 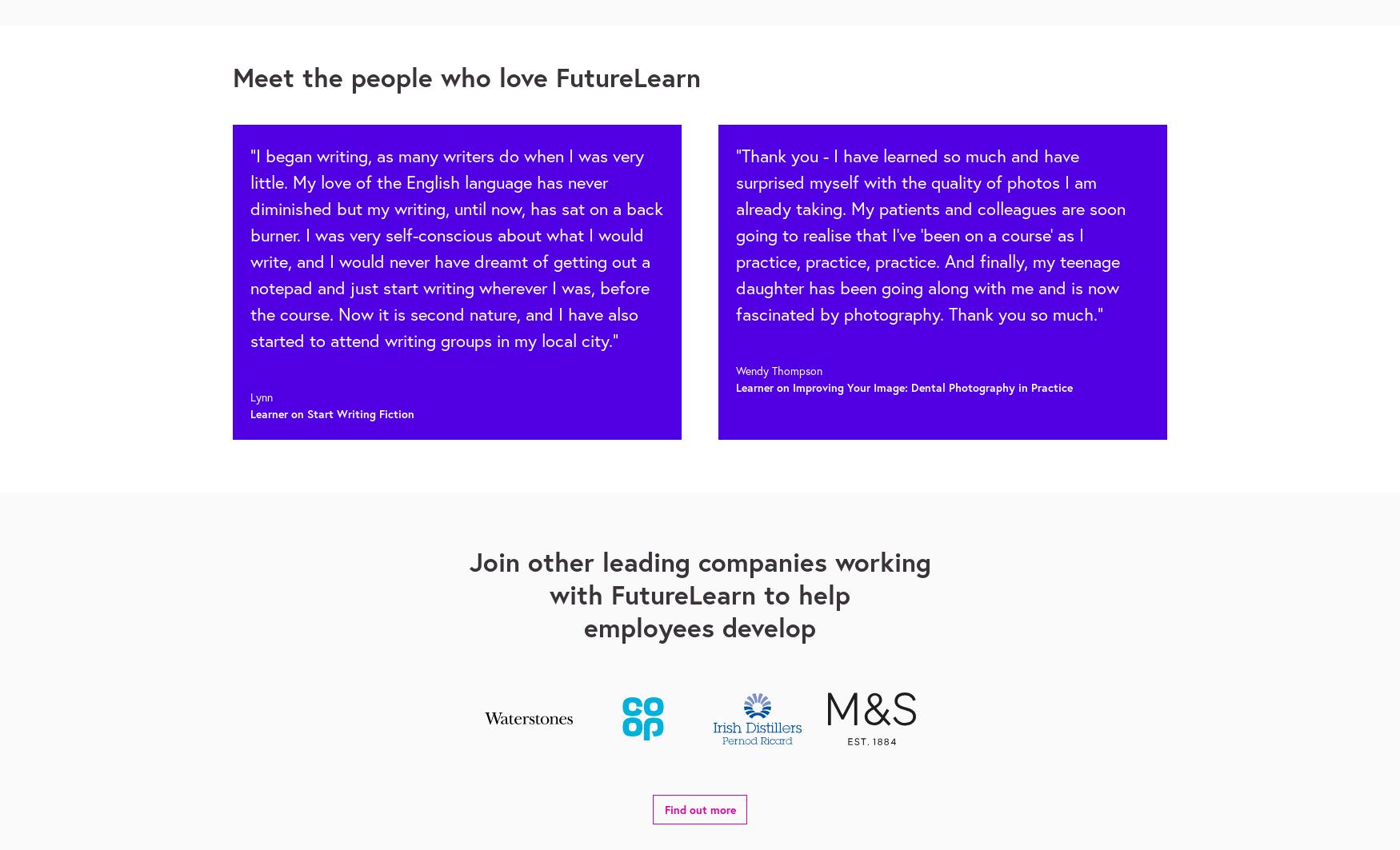 I want to click on 'Join other leading companies working with FutureLearn to help employees develop', so click(x=699, y=593).